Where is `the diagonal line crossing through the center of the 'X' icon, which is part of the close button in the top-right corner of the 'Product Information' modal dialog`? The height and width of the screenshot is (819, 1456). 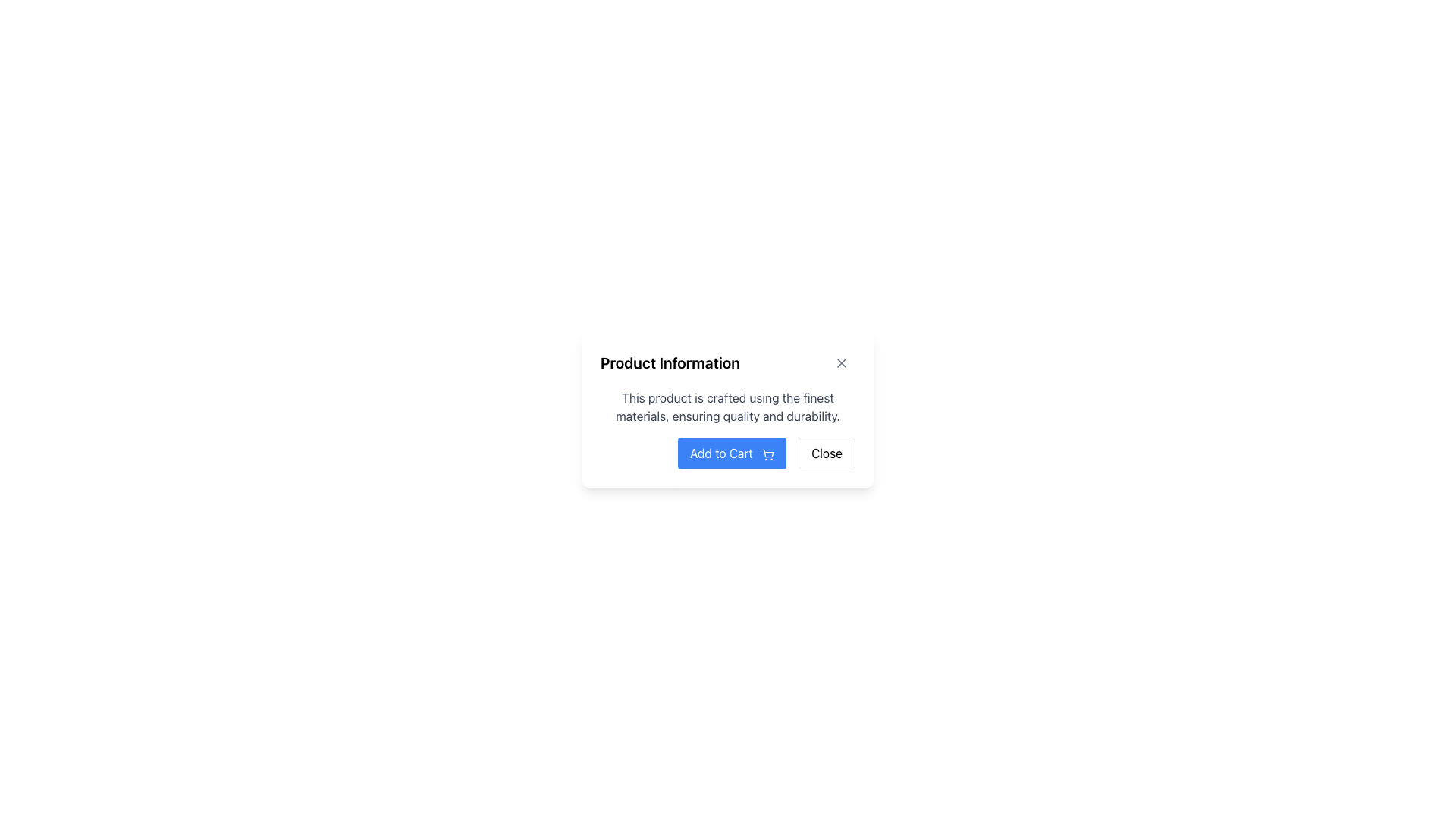 the diagonal line crossing through the center of the 'X' icon, which is part of the close button in the top-right corner of the 'Product Information' modal dialog is located at coordinates (840, 362).